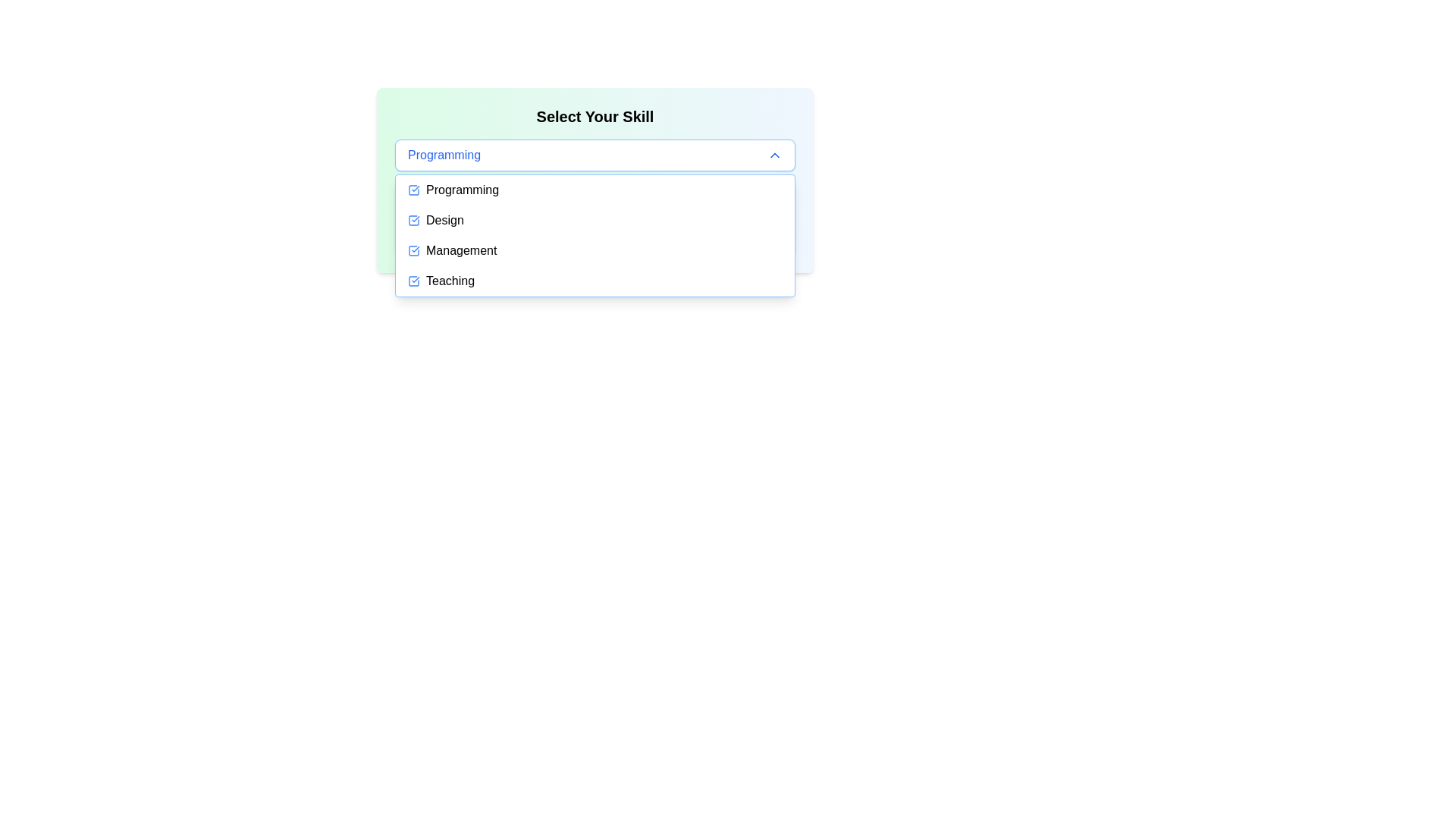  What do you see at coordinates (595, 250) in the screenshot?
I see `the 'Management' option in the selectable menu` at bounding box center [595, 250].